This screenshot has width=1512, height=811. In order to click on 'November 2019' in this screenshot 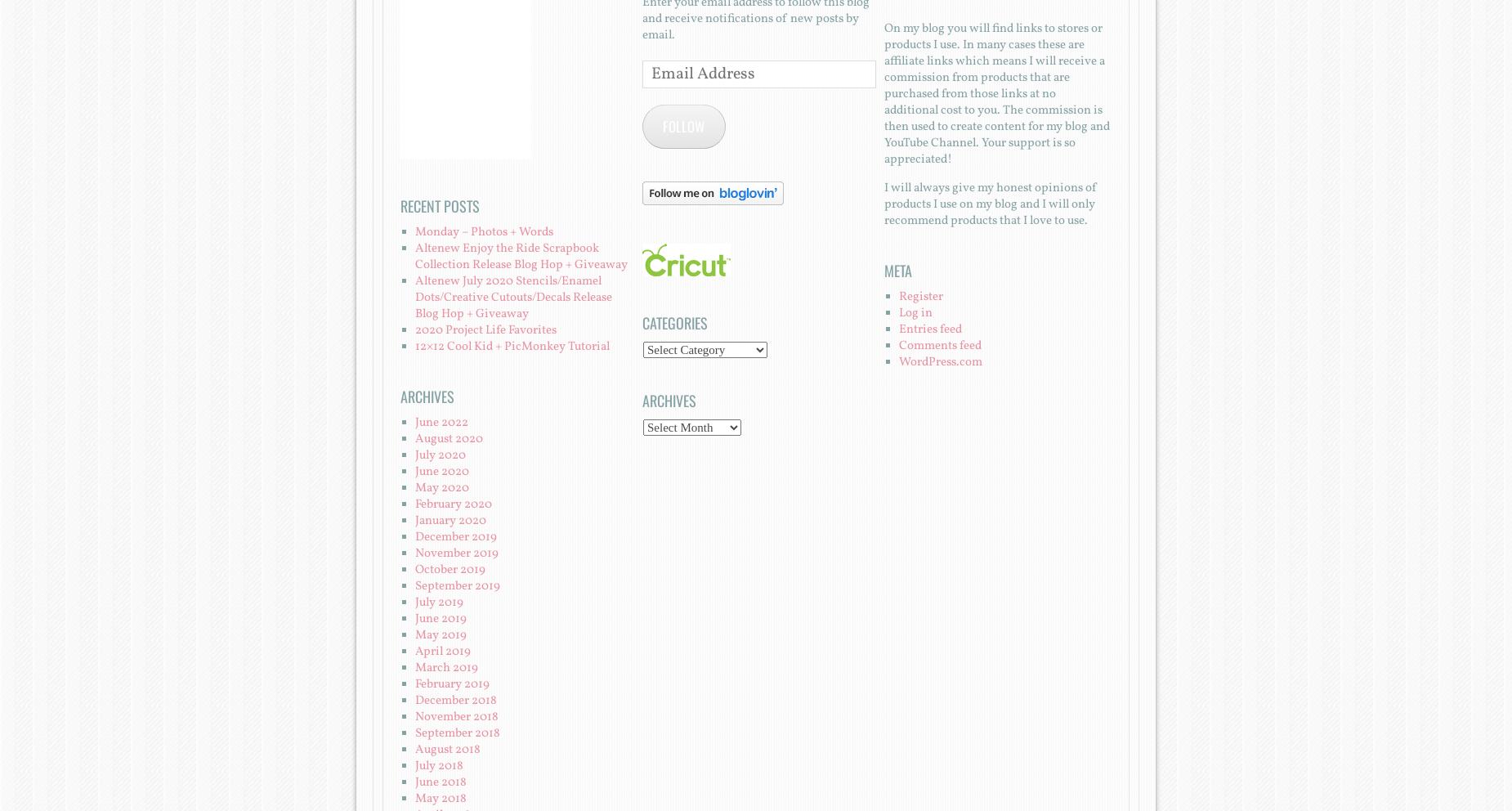, I will do `click(457, 552)`.